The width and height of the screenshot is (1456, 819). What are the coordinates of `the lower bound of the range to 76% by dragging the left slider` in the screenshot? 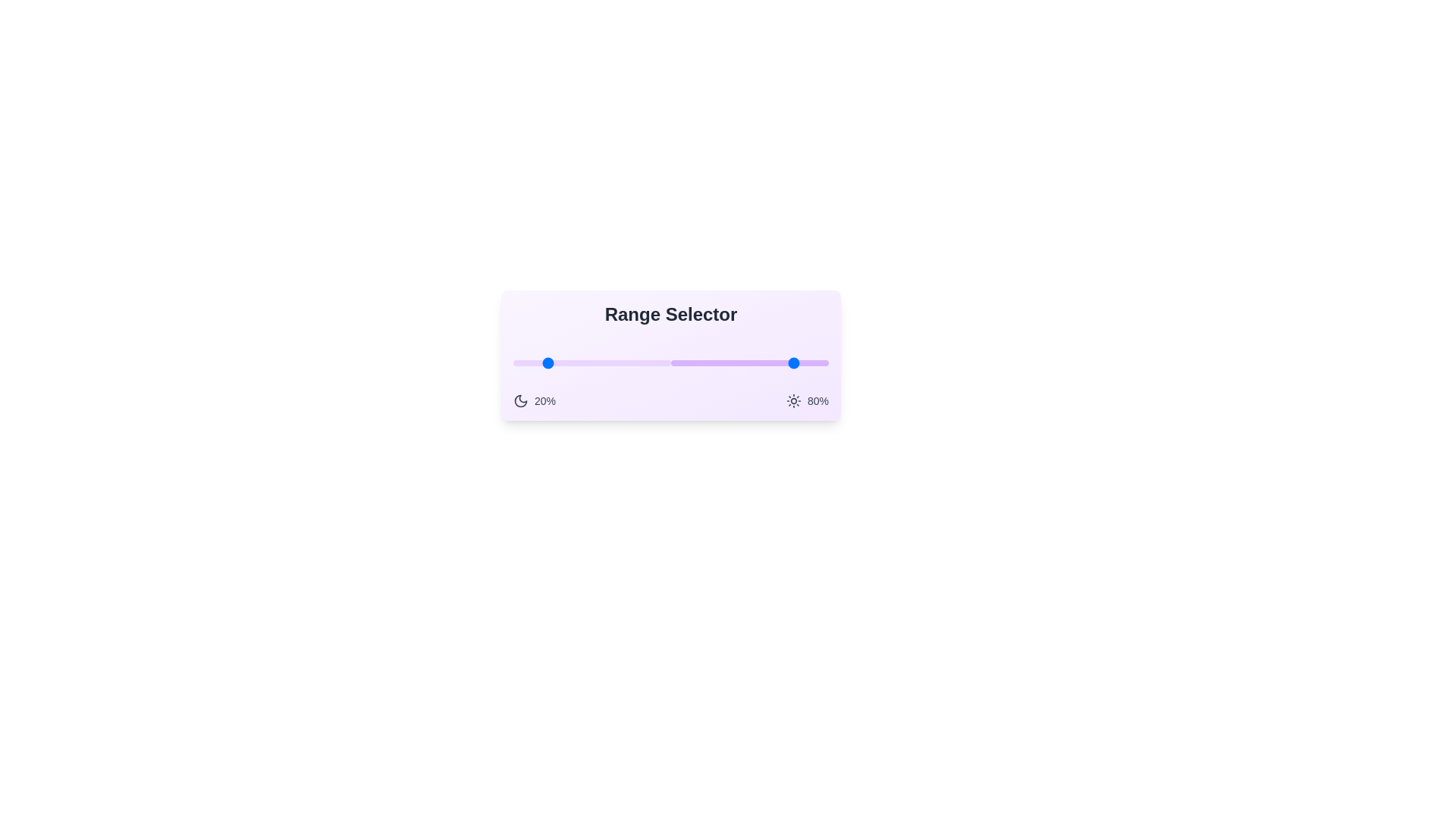 It's located at (633, 362).